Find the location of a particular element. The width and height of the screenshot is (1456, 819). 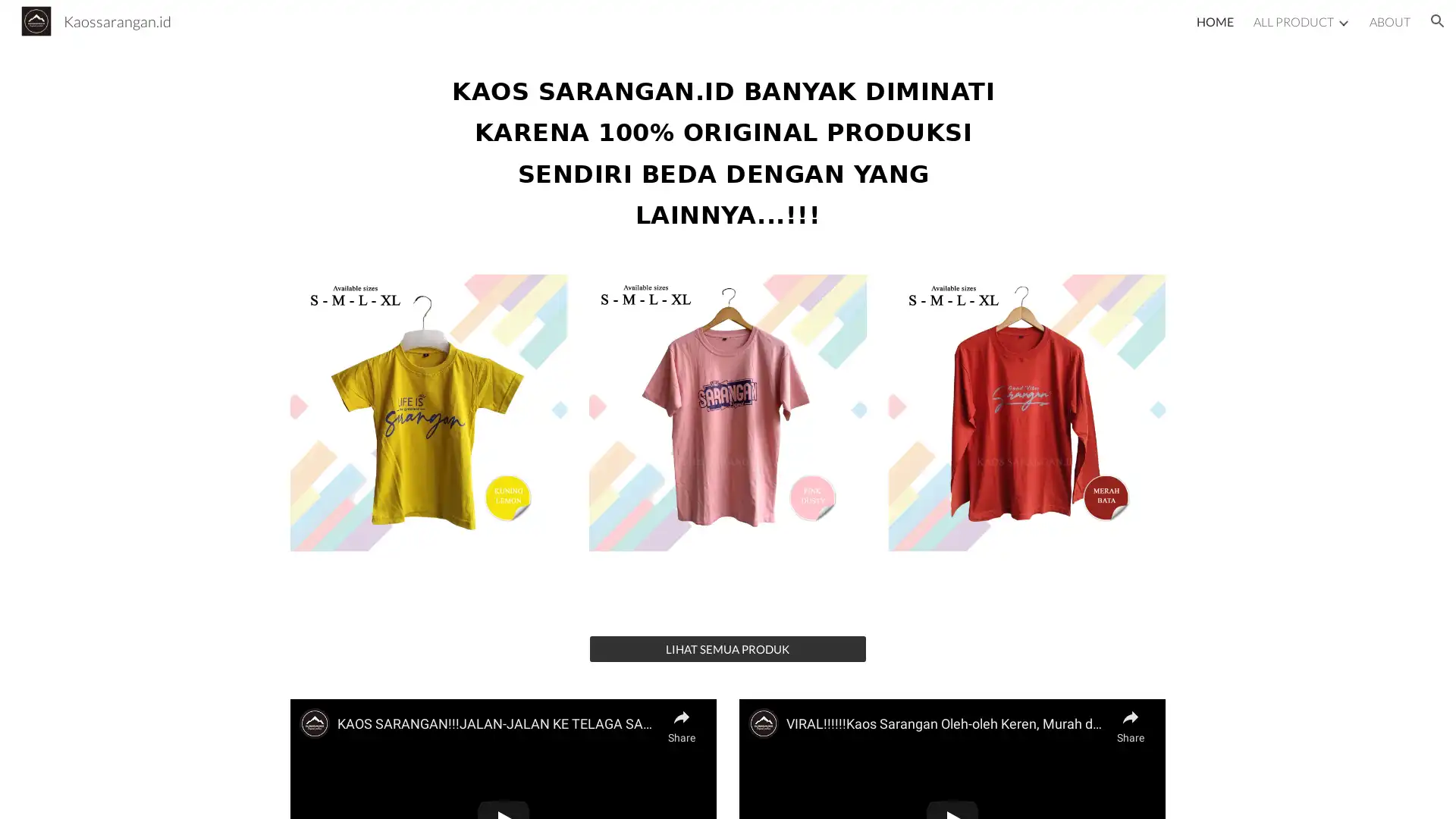

Site actions is located at coordinates (27, 792).